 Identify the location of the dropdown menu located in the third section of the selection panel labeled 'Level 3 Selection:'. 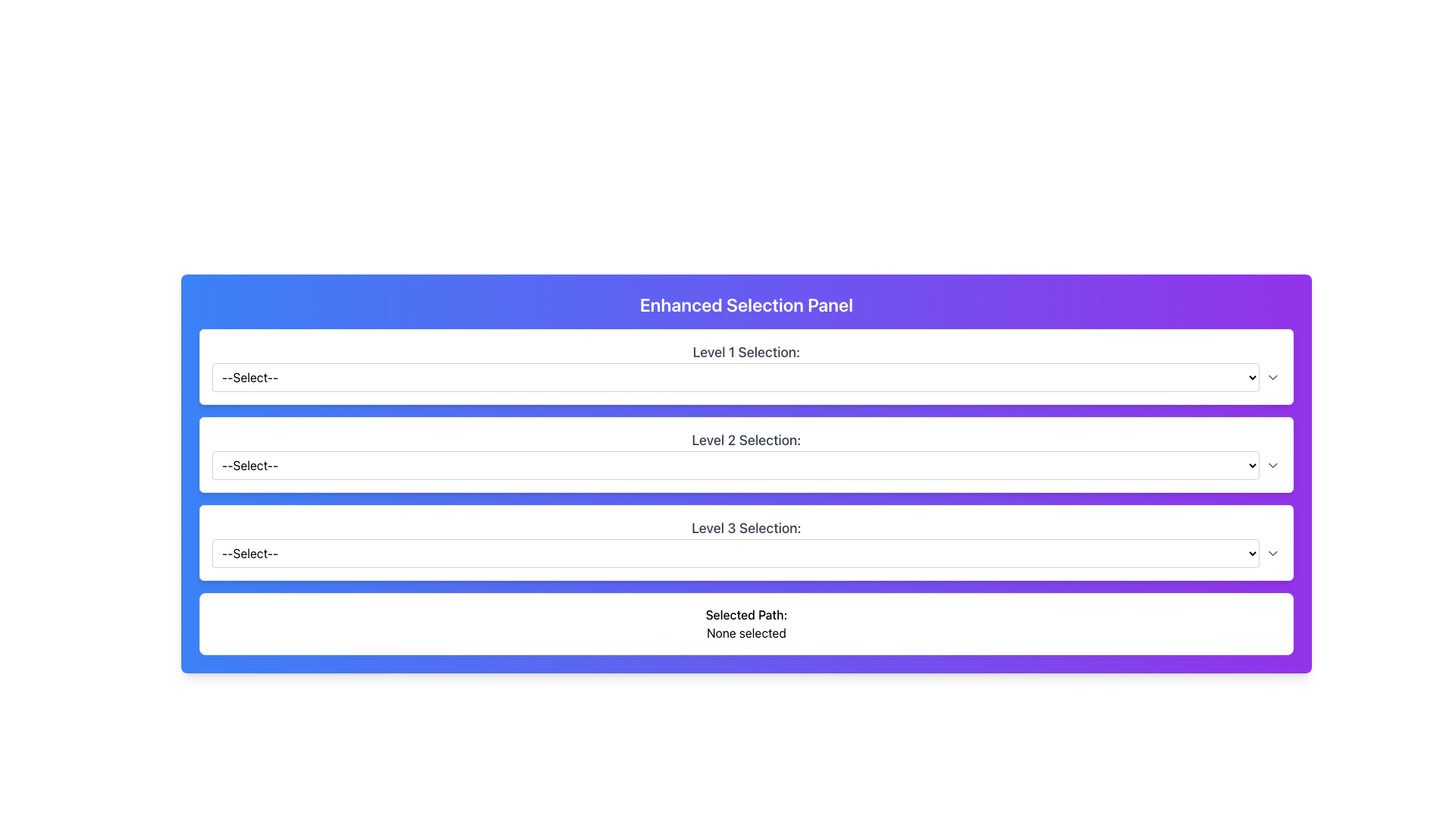
(736, 553).